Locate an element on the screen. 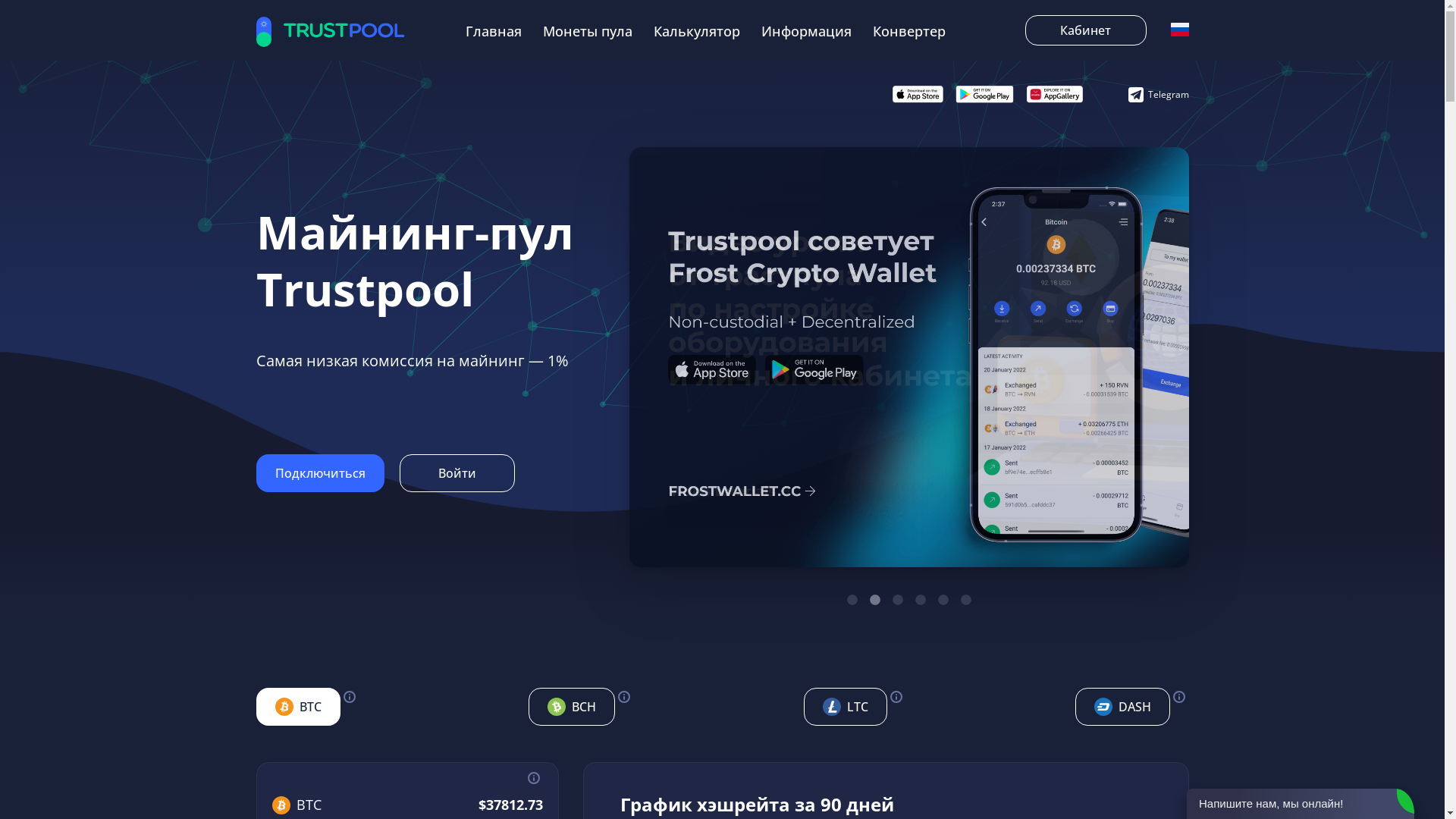 Image resolution: width=1456 pixels, height=819 pixels. 'DASH' is located at coordinates (1122, 705).